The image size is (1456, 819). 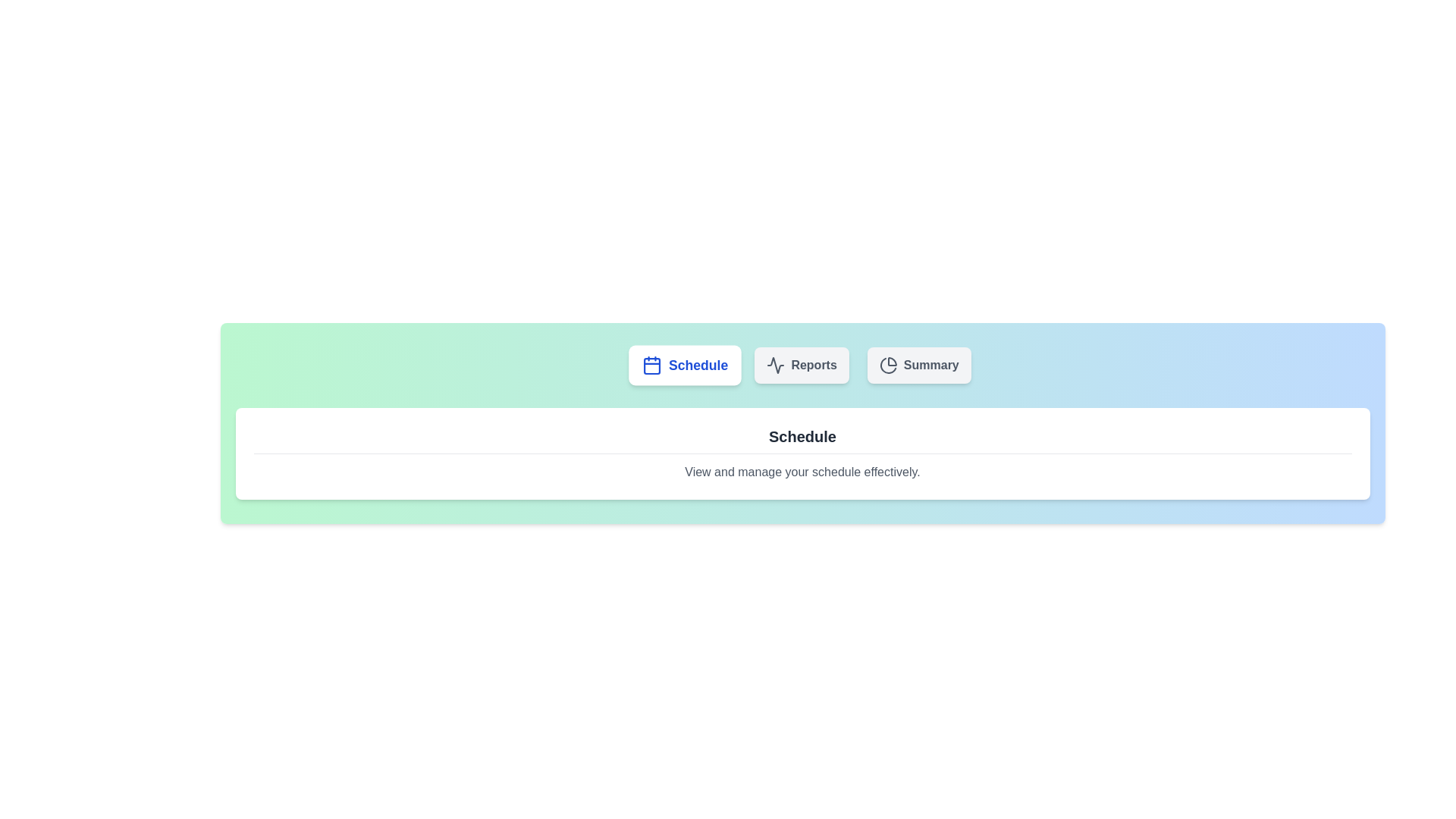 I want to click on the tab labeled Schedule to switch views, so click(x=684, y=366).